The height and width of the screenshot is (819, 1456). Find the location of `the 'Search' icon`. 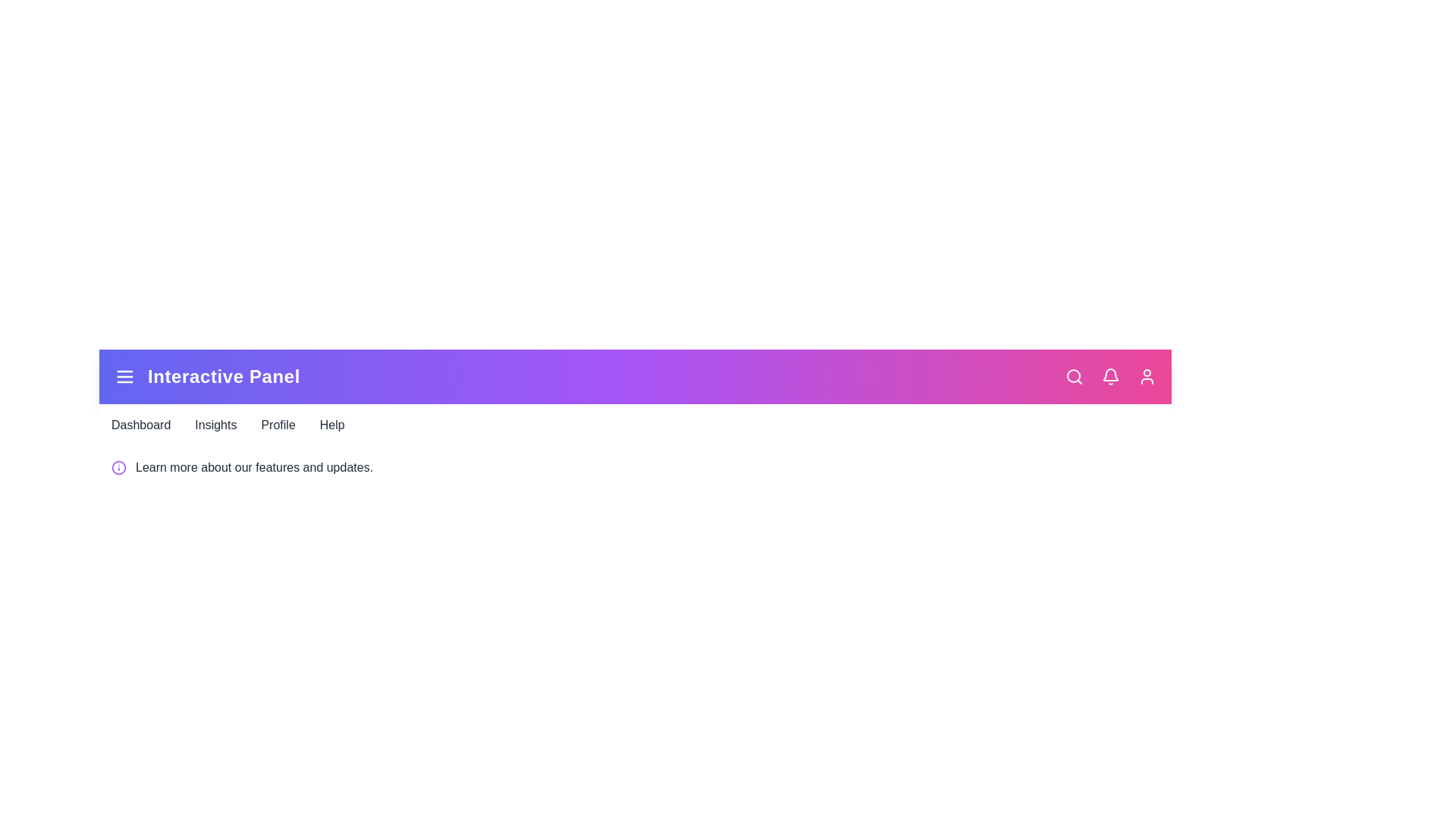

the 'Search' icon is located at coordinates (1073, 376).